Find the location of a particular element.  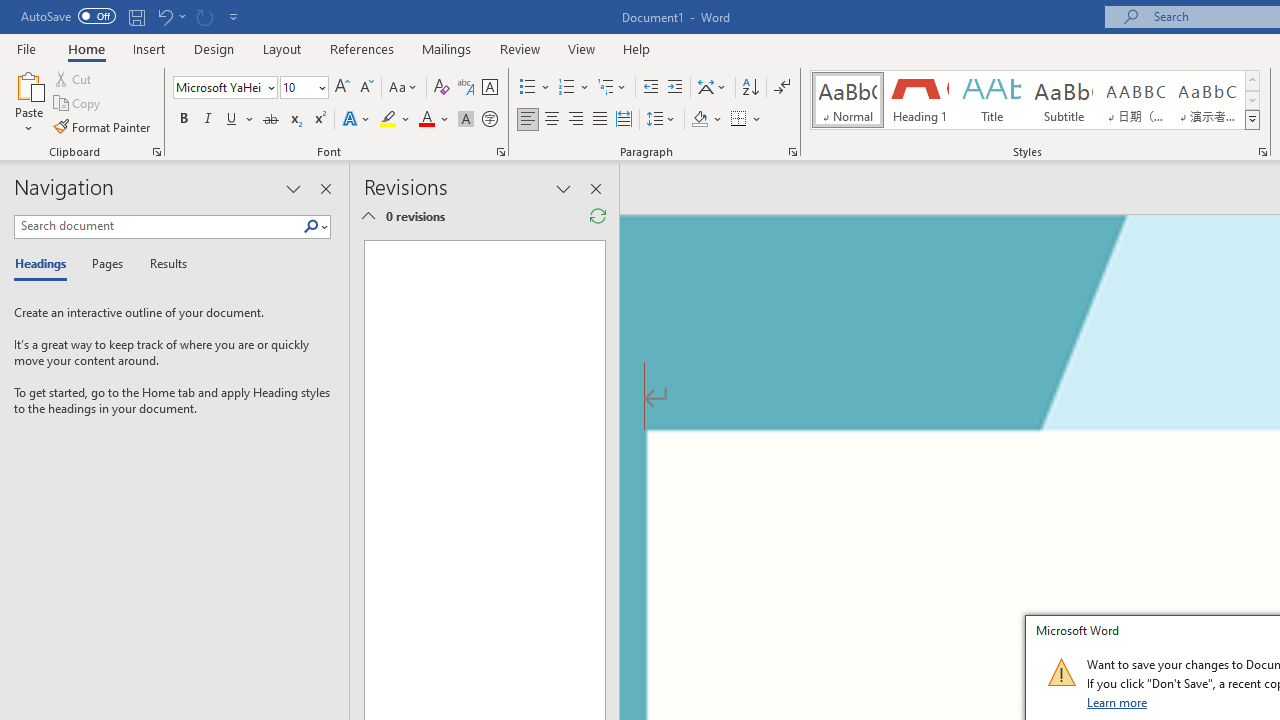

'Enclose Characters...' is located at coordinates (489, 119).